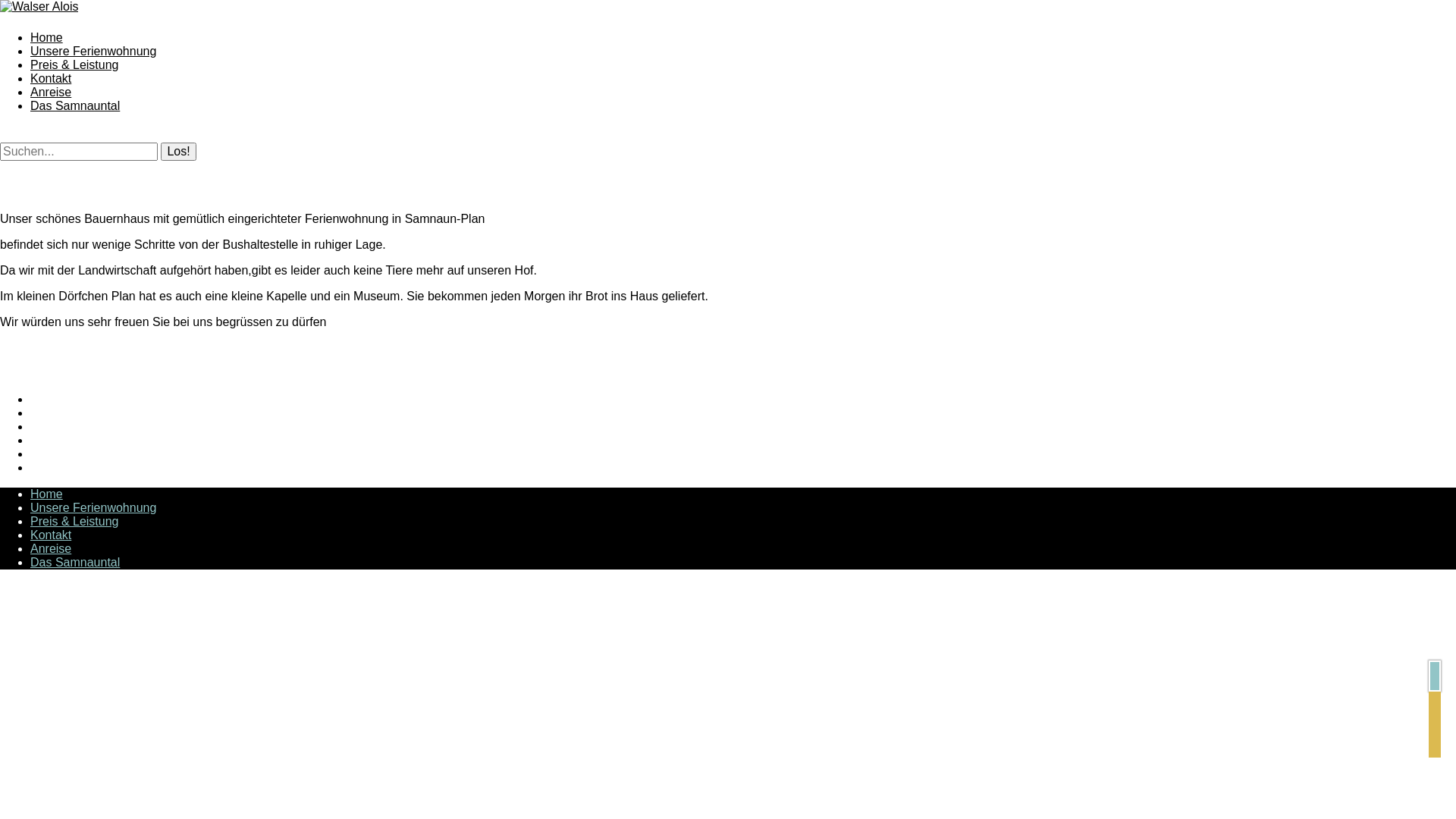  Describe the element at coordinates (93, 50) in the screenshot. I see `'Unsere Ferienwohnung'` at that location.